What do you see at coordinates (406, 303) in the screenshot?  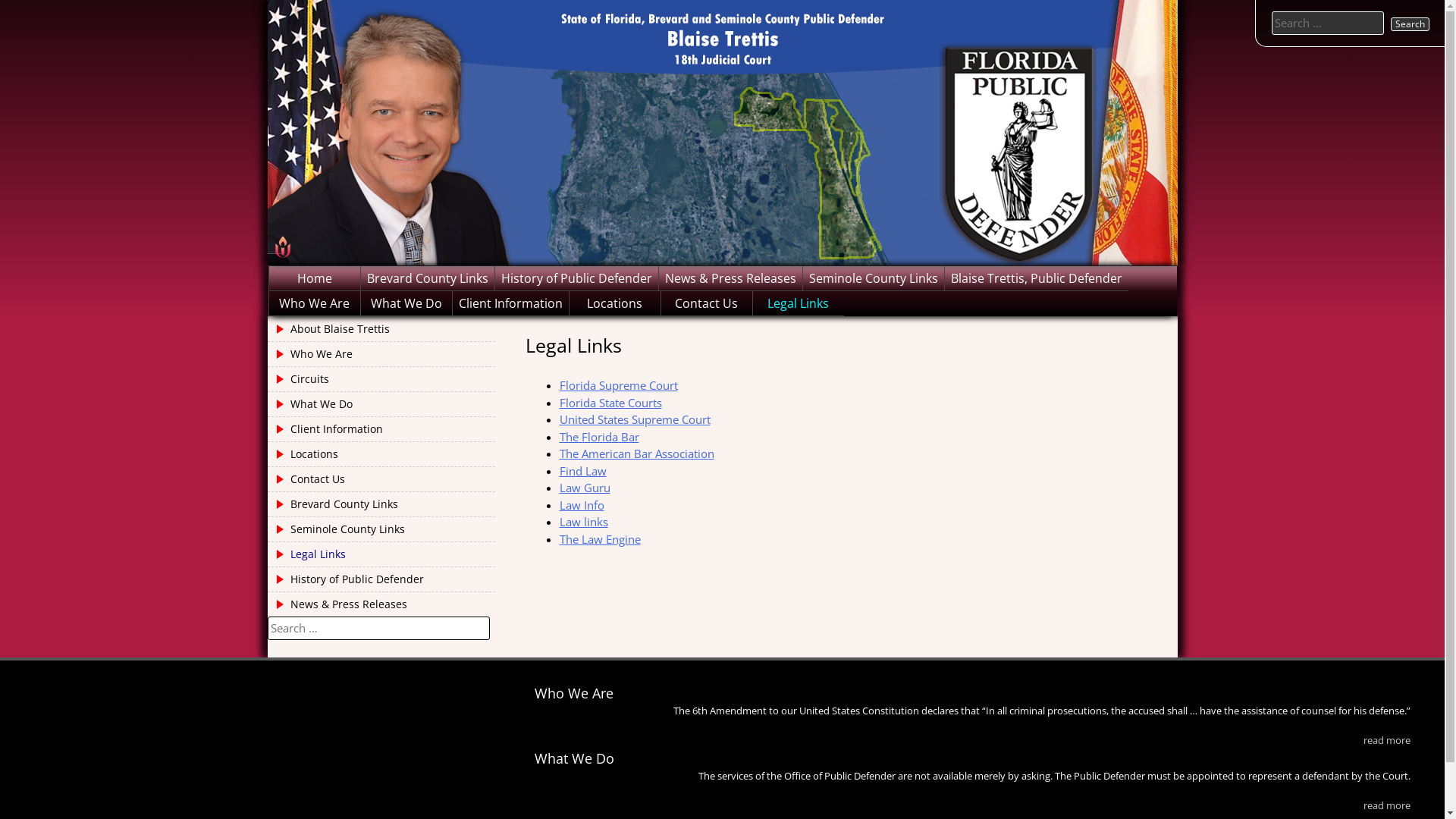 I see `'What We Do'` at bounding box center [406, 303].